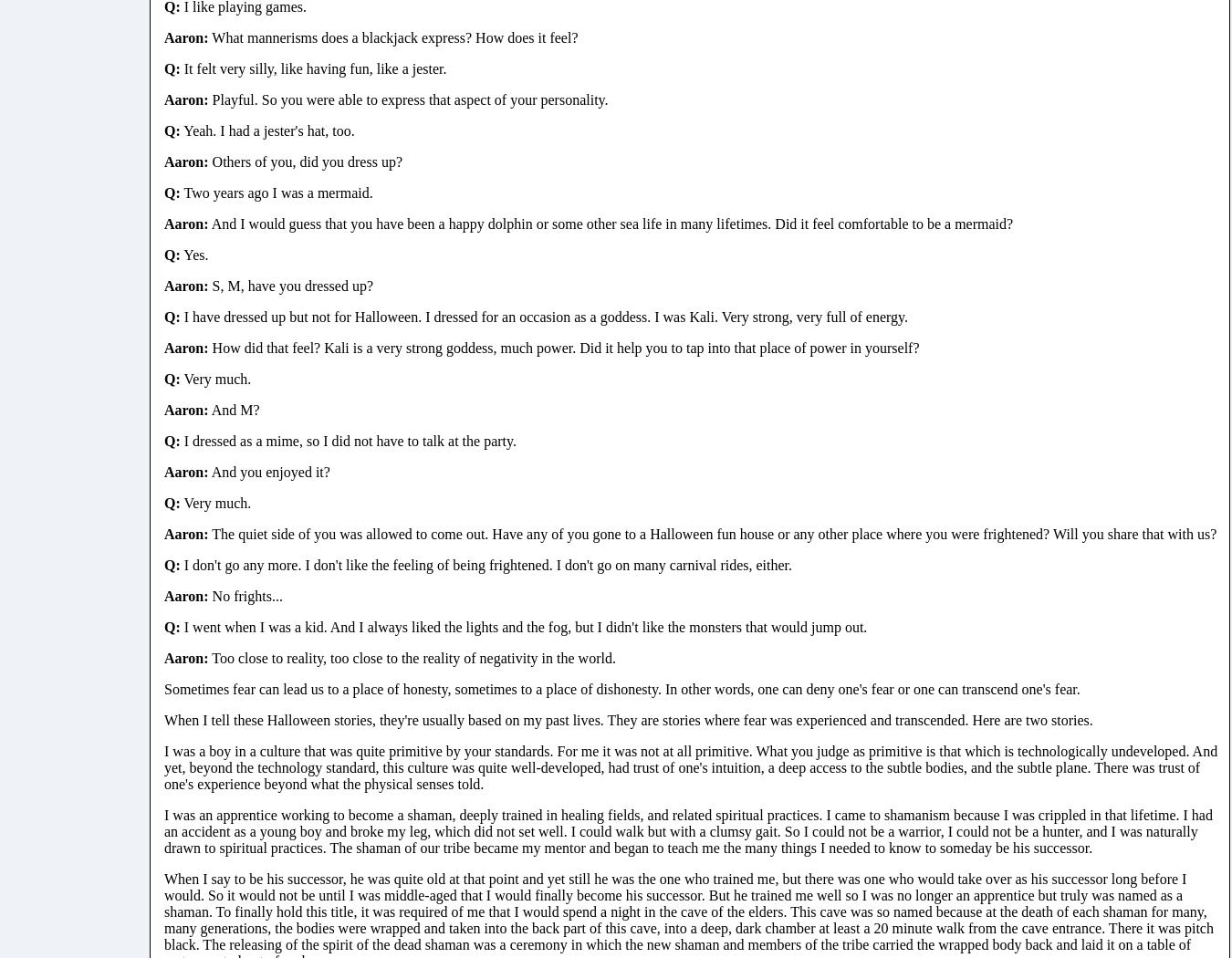 The image size is (1232, 958). Describe the element at coordinates (621, 688) in the screenshot. I see `'Sometimes fear can lead us to a place of honesty, sometimes to a place of dishonesty. In other words, one can deny one's fear or one can transcend one's fear.'` at that location.